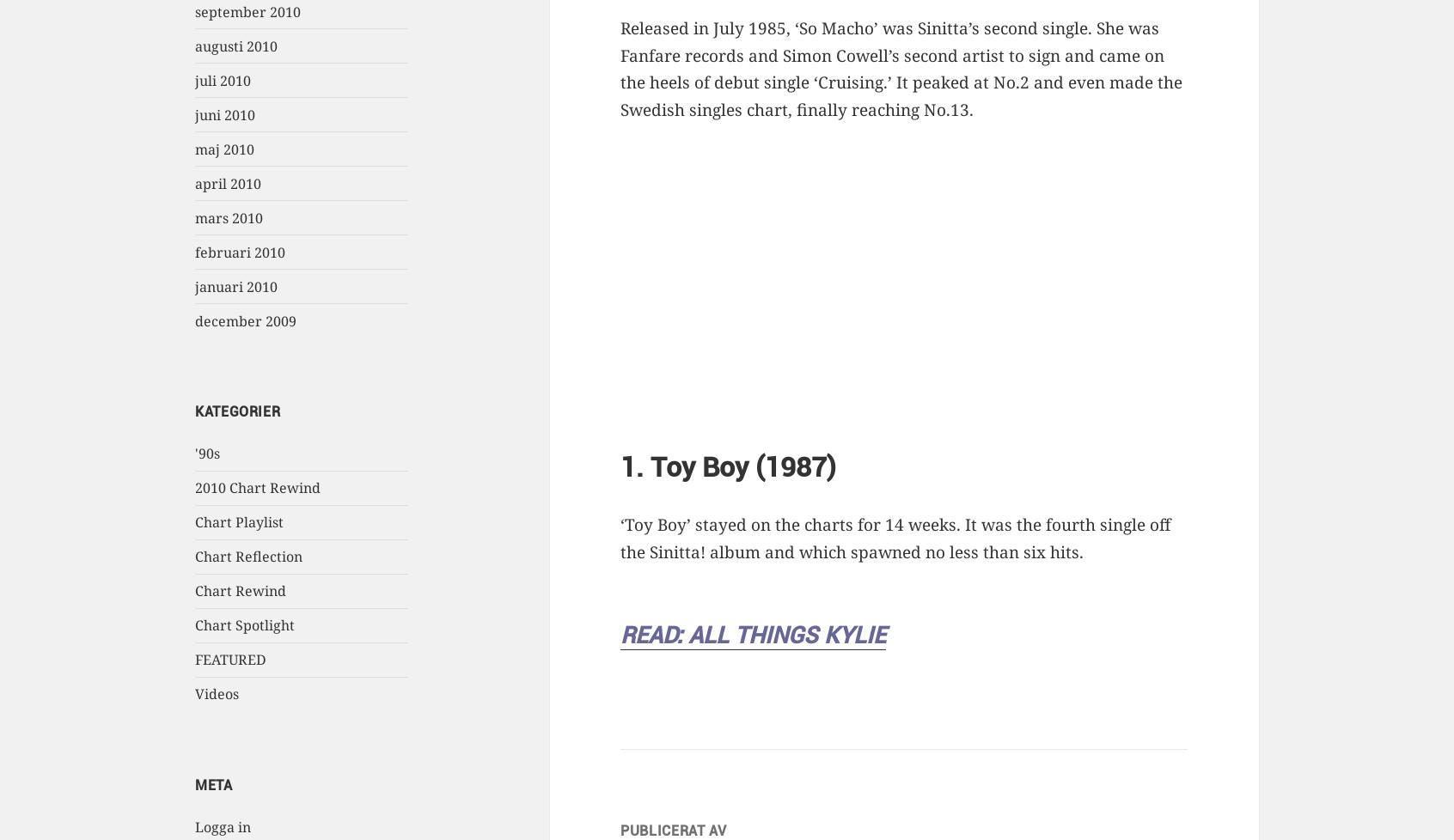  Describe the element at coordinates (224, 114) in the screenshot. I see `'juni 2010'` at that location.